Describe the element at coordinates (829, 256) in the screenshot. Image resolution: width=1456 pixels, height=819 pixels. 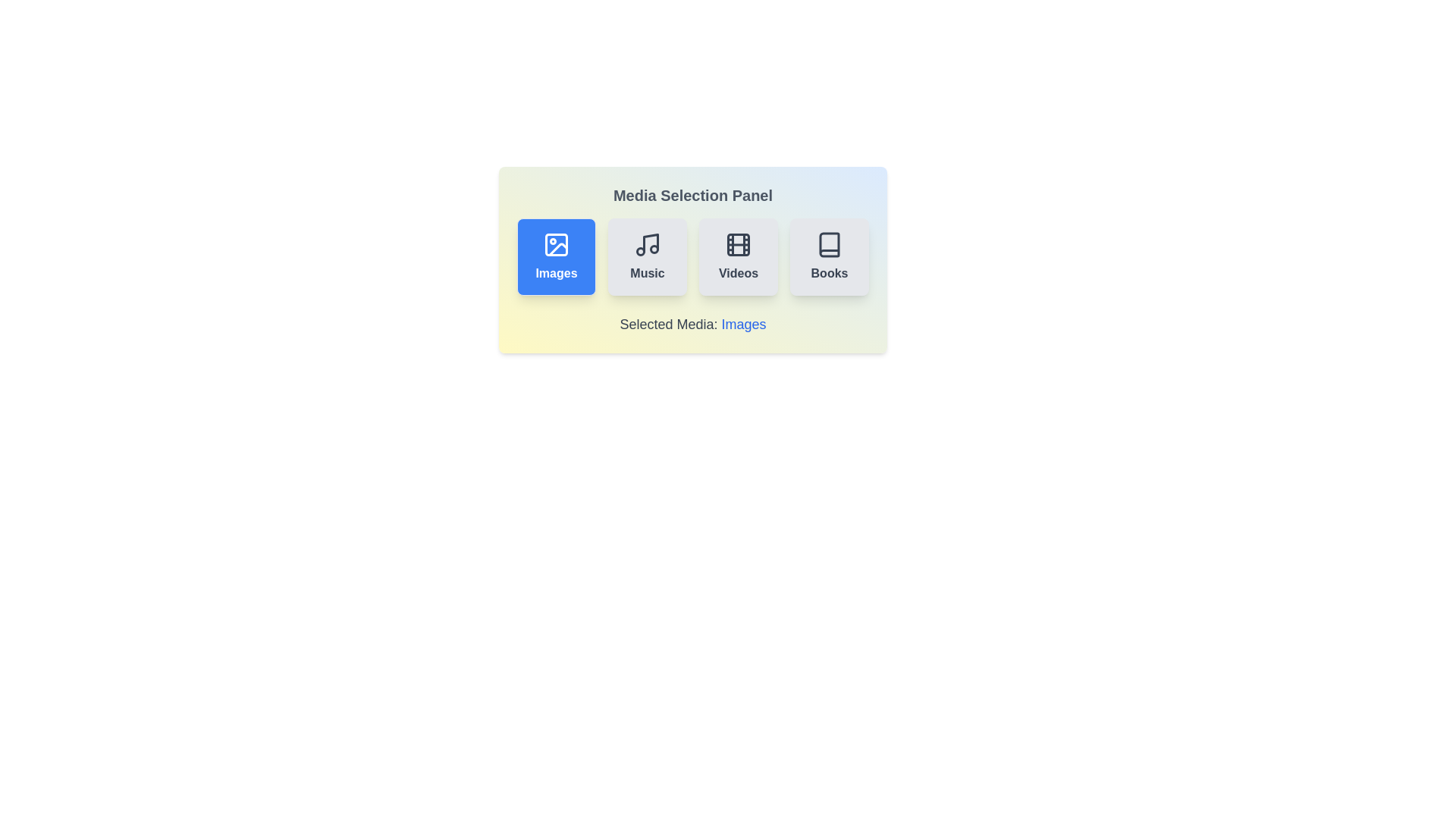
I see `the media type Books by clicking on its respective button` at that location.